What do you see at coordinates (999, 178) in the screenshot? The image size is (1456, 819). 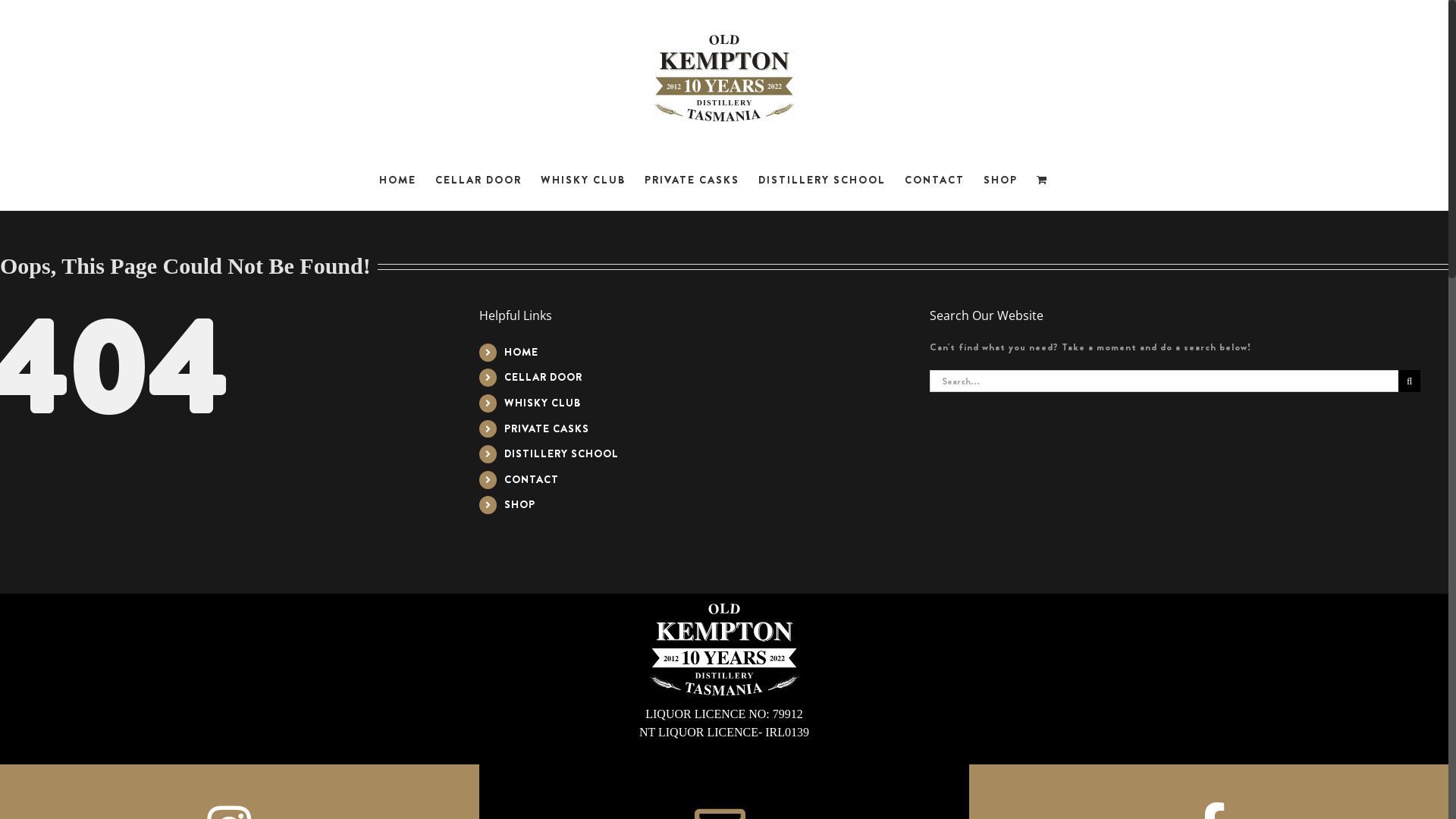 I see `'SHOP'` at bounding box center [999, 178].